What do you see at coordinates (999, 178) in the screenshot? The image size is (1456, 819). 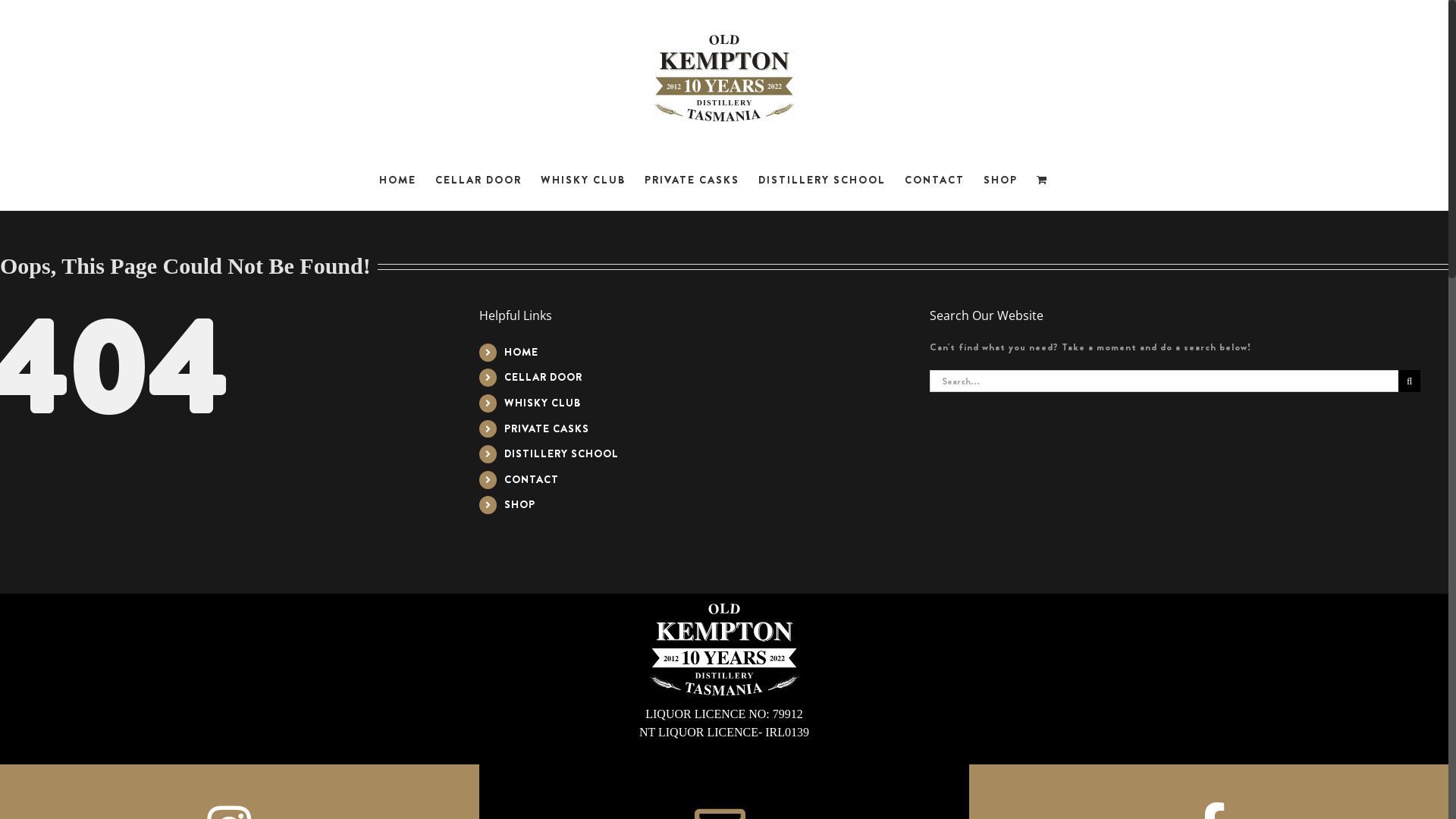 I see `'SHOP'` at bounding box center [999, 178].